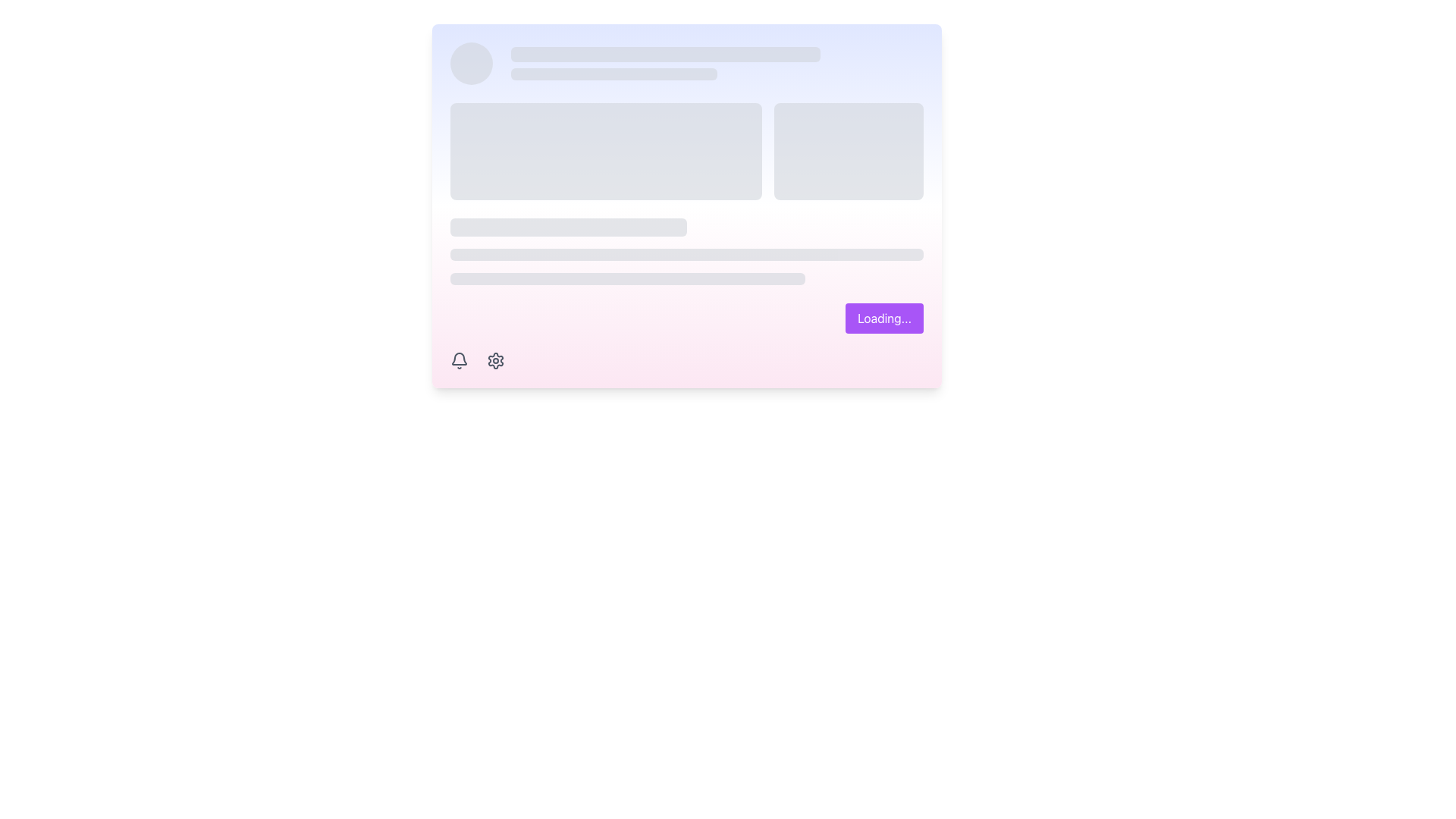 This screenshot has width=1456, height=819. Describe the element at coordinates (495, 360) in the screenshot. I see `the settings icon located in the bottom-right section of the layout` at that location.